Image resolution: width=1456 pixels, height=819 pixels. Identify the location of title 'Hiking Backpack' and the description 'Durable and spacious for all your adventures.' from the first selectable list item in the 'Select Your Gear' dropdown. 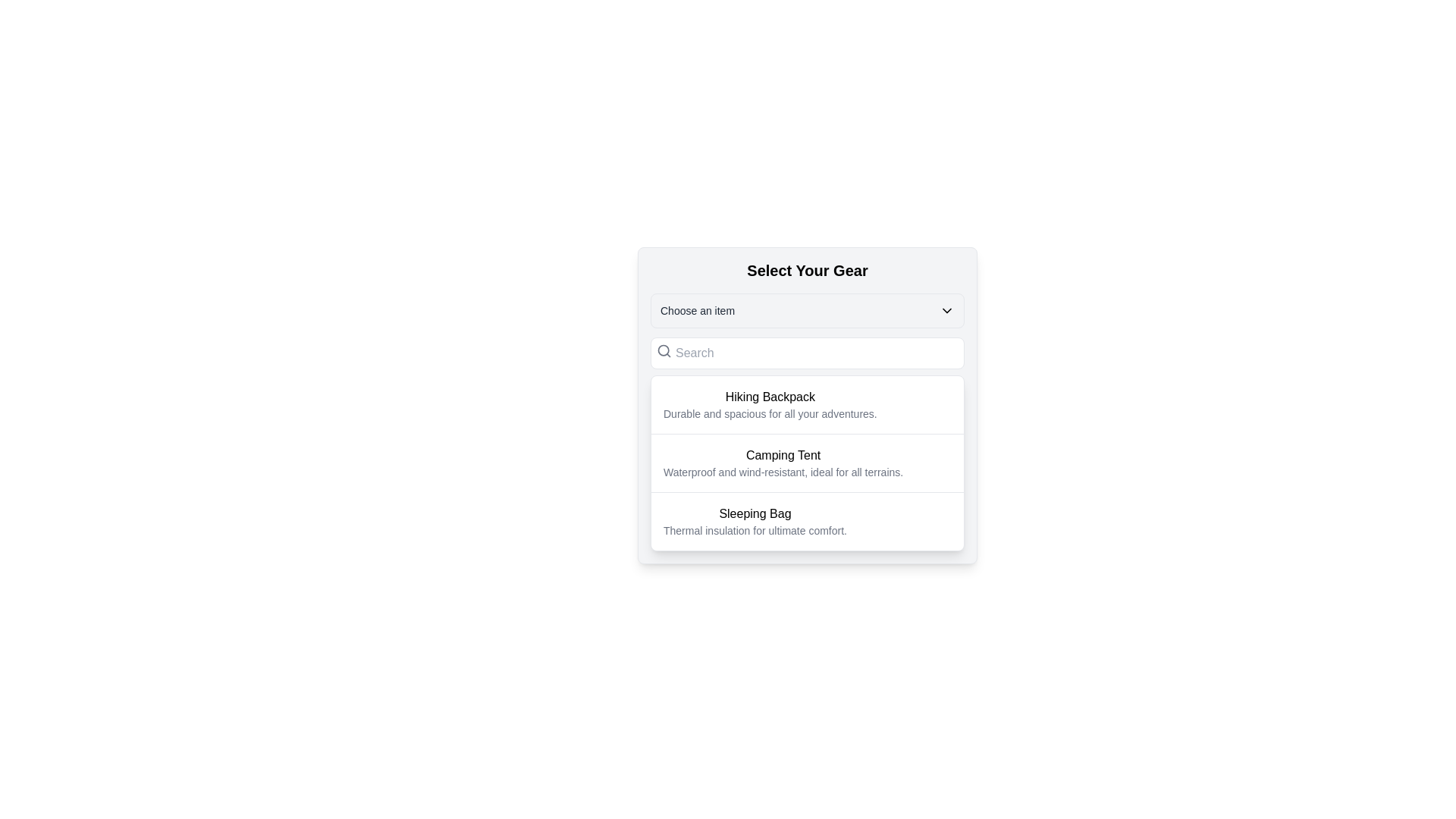
(770, 403).